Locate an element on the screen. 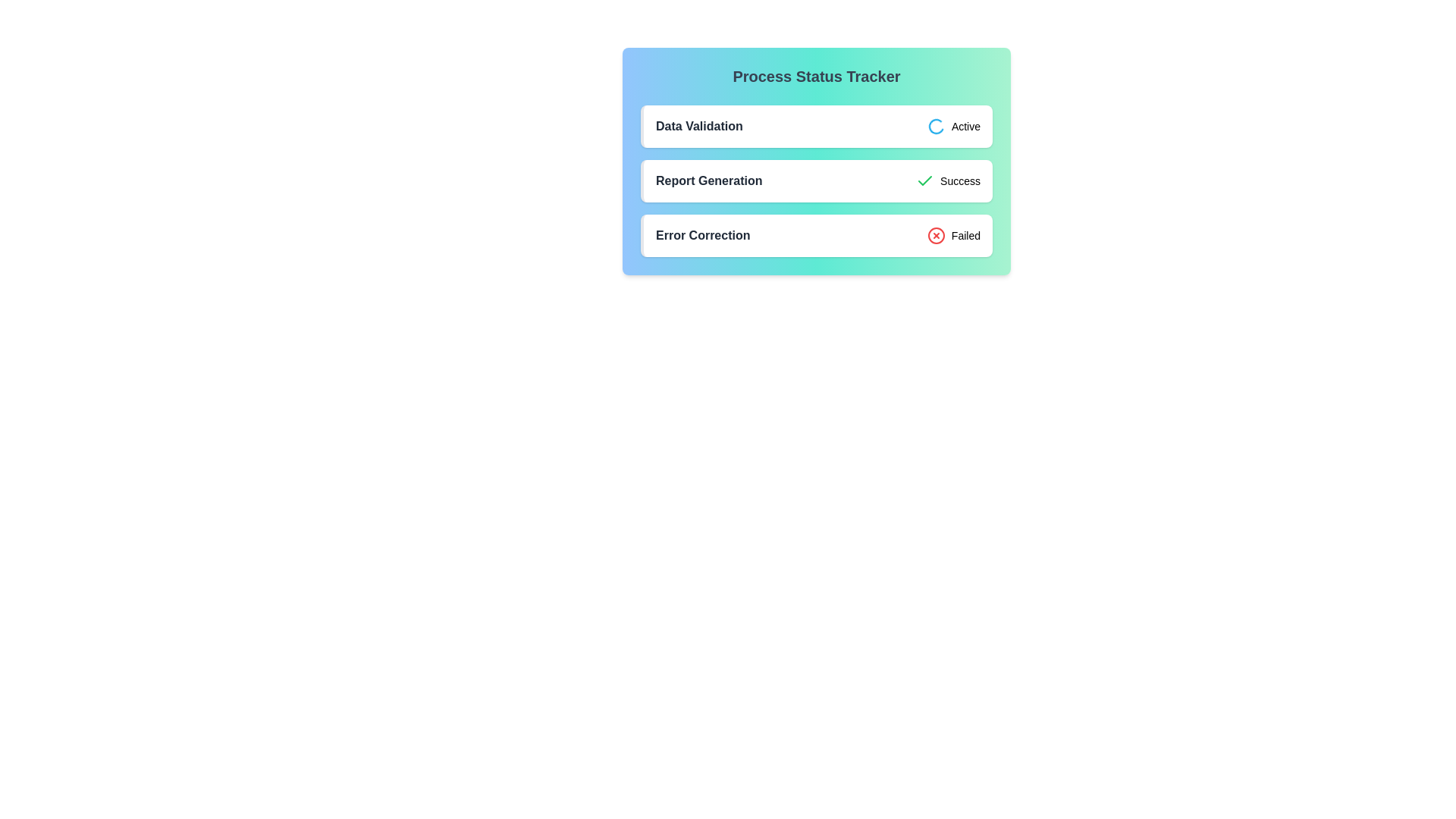 The height and width of the screenshot is (819, 1456). the 'Success' label which is accompanied by a green checkmark icon, located in the 'Process Status Tracker' section, specifically in the second row of status indicators is located at coordinates (947, 180).